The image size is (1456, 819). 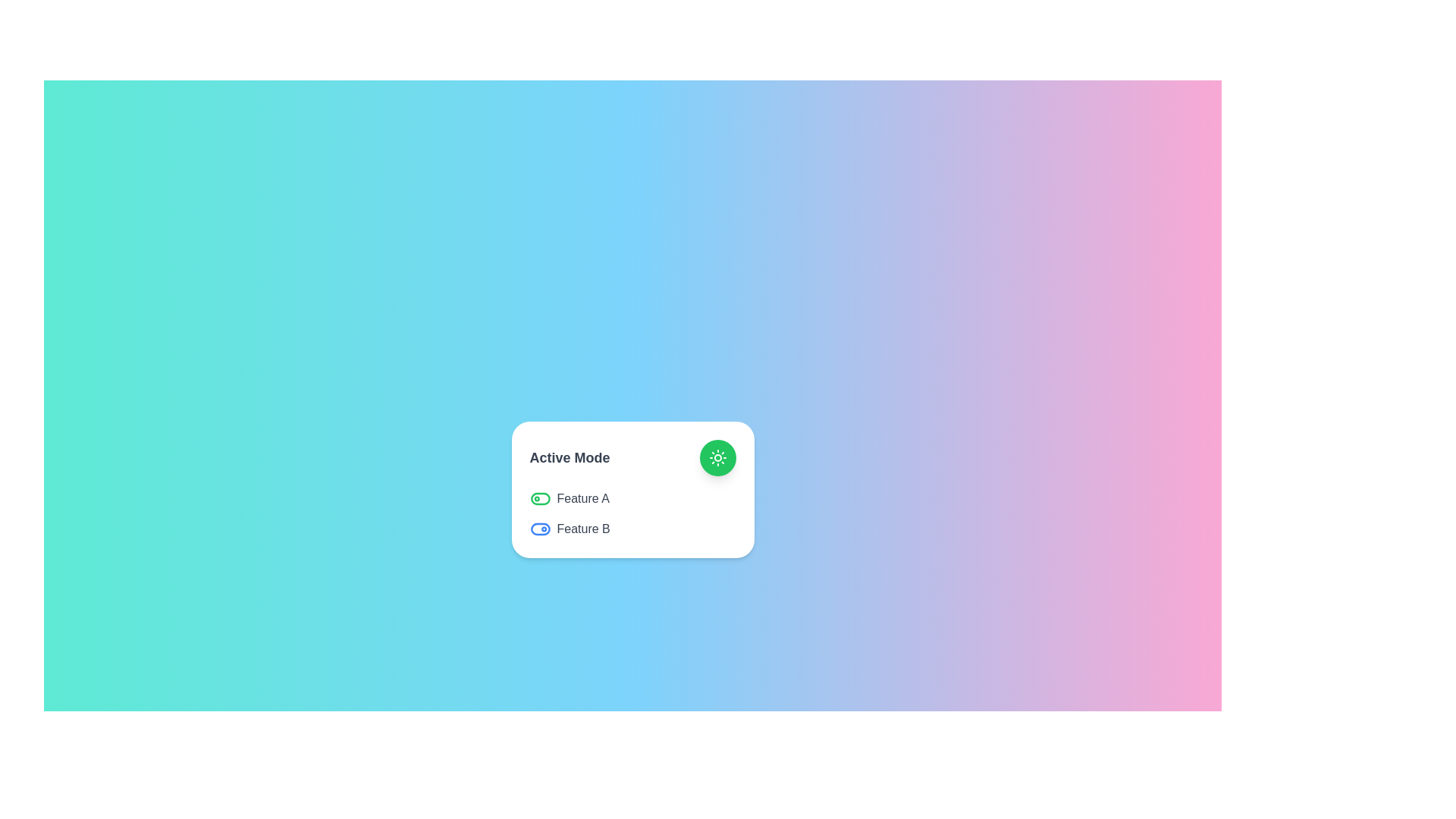 What do you see at coordinates (540, 499) in the screenshot?
I see `the appearance of the background rectangle for the toggle switch located in the top-right area of the card labeled 'Active Mode'` at bounding box center [540, 499].